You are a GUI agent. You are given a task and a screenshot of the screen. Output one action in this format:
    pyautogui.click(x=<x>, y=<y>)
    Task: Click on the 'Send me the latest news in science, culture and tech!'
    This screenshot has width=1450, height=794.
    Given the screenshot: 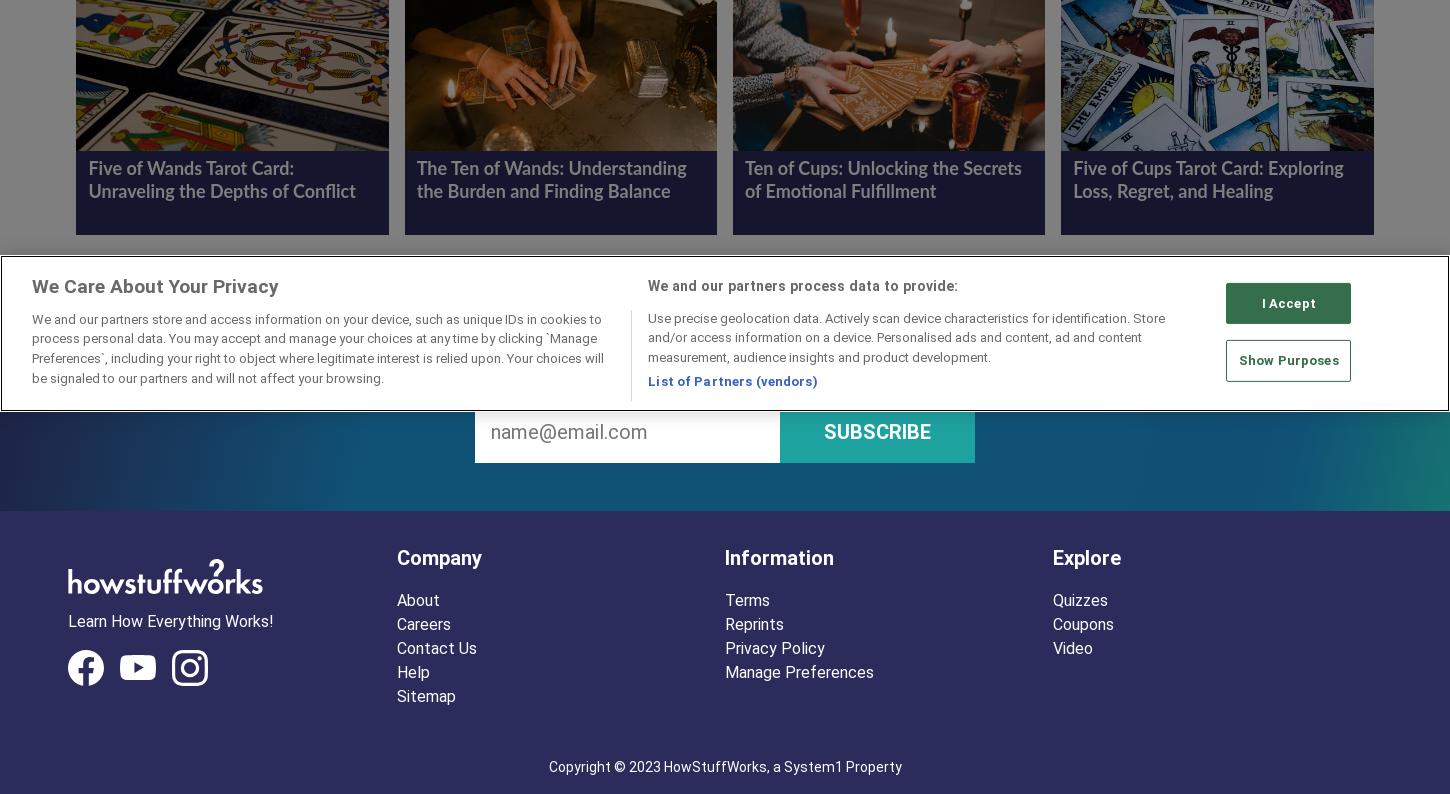 What is the action you would take?
    pyautogui.click(x=725, y=373)
    